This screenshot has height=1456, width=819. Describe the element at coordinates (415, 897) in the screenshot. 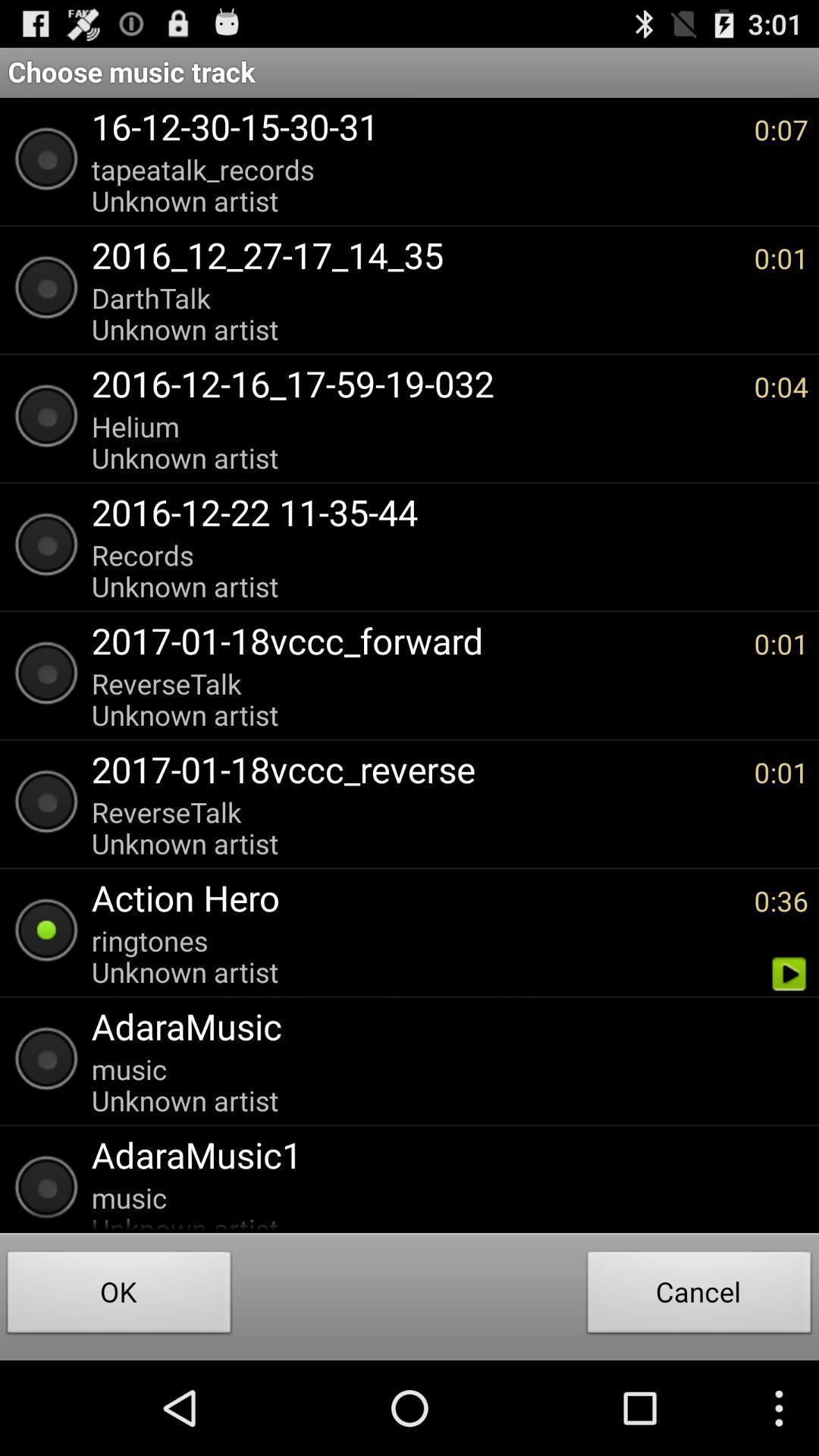

I see `item next to the 0:36 app` at that location.